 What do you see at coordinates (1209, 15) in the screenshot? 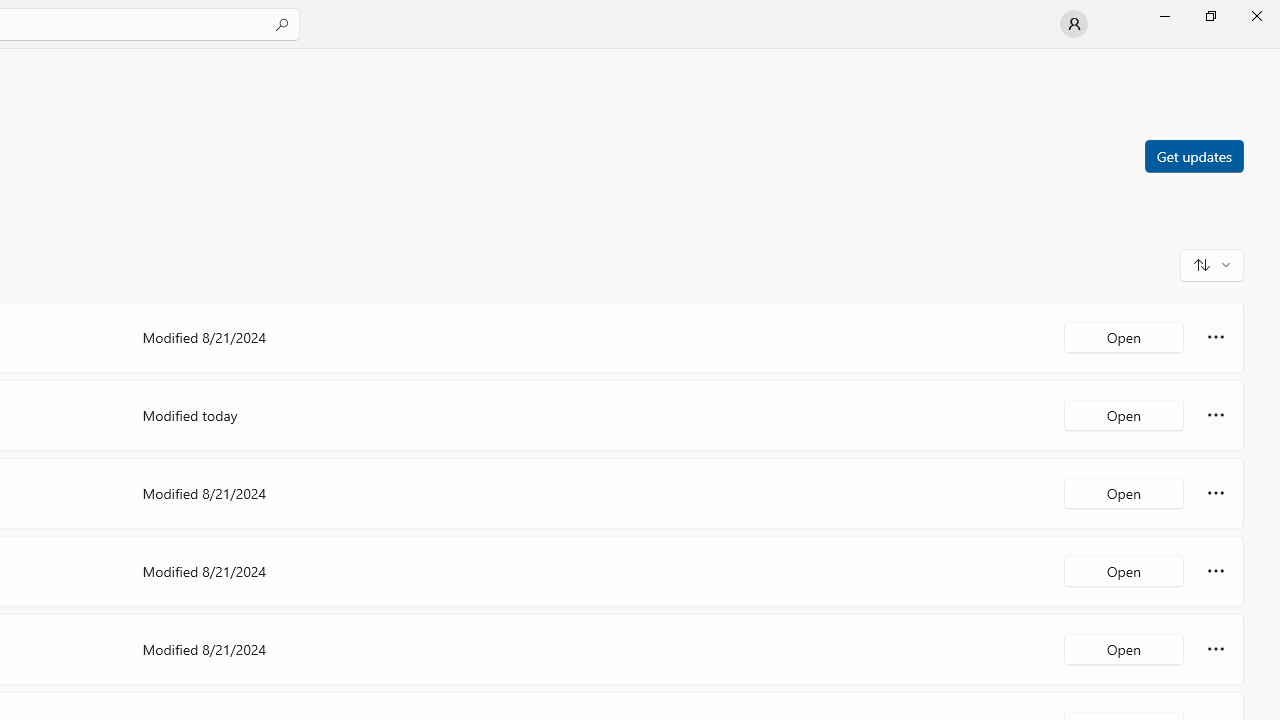
I see `'Restore Microsoft Store'` at bounding box center [1209, 15].